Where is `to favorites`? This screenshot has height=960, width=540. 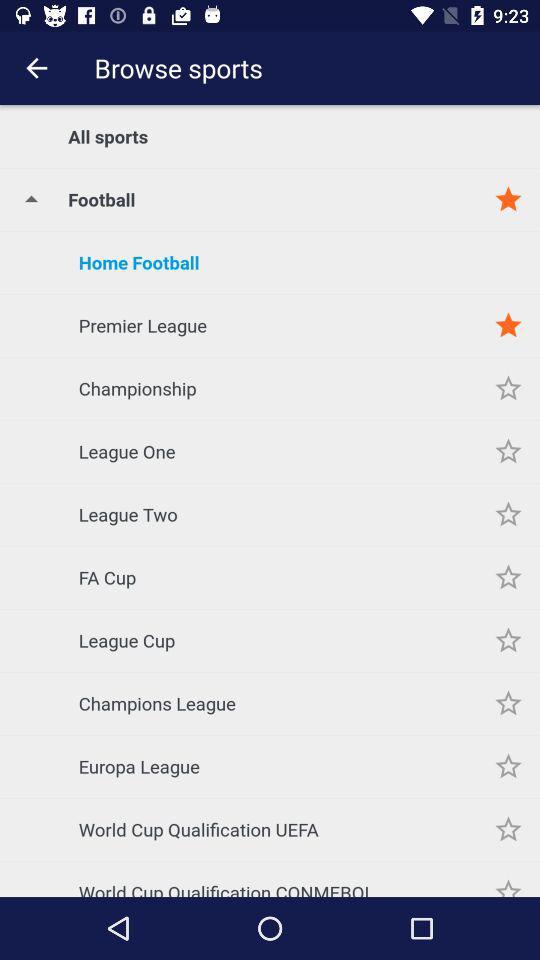 to favorites is located at coordinates (508, 877).